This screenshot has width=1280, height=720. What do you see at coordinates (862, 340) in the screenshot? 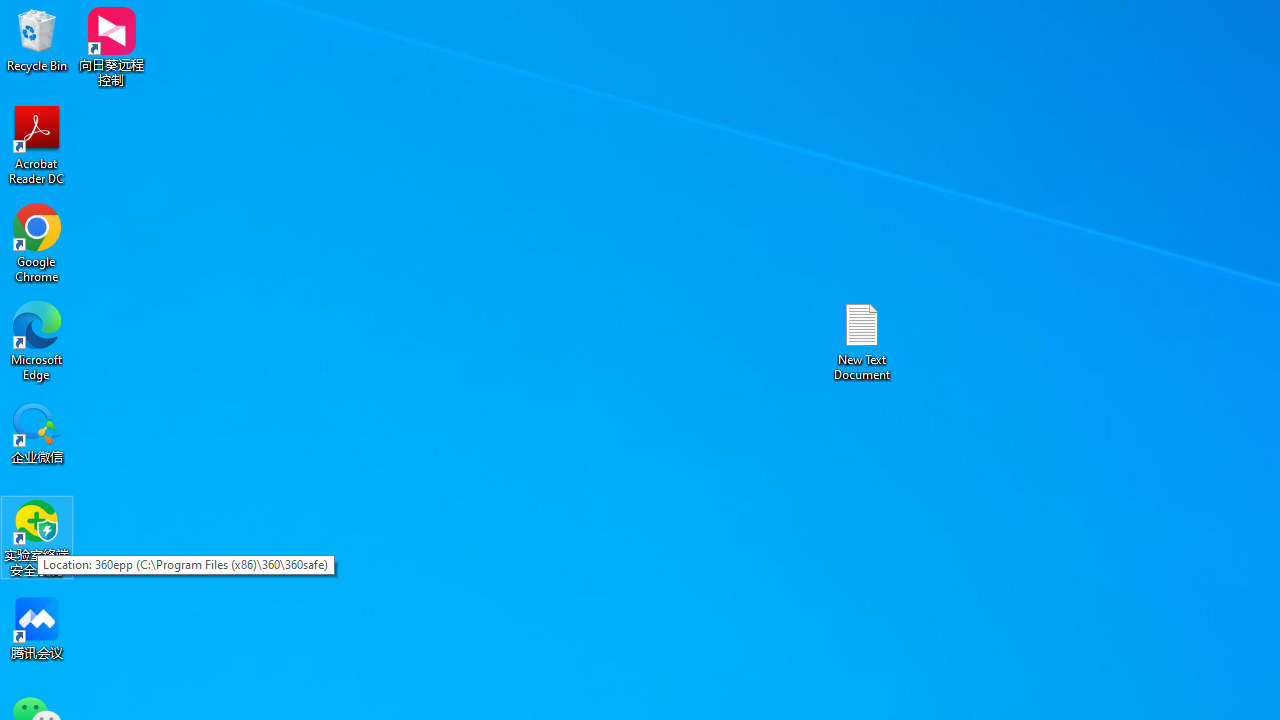
I see `'New Text Document'` at bounding box center [862, 340].